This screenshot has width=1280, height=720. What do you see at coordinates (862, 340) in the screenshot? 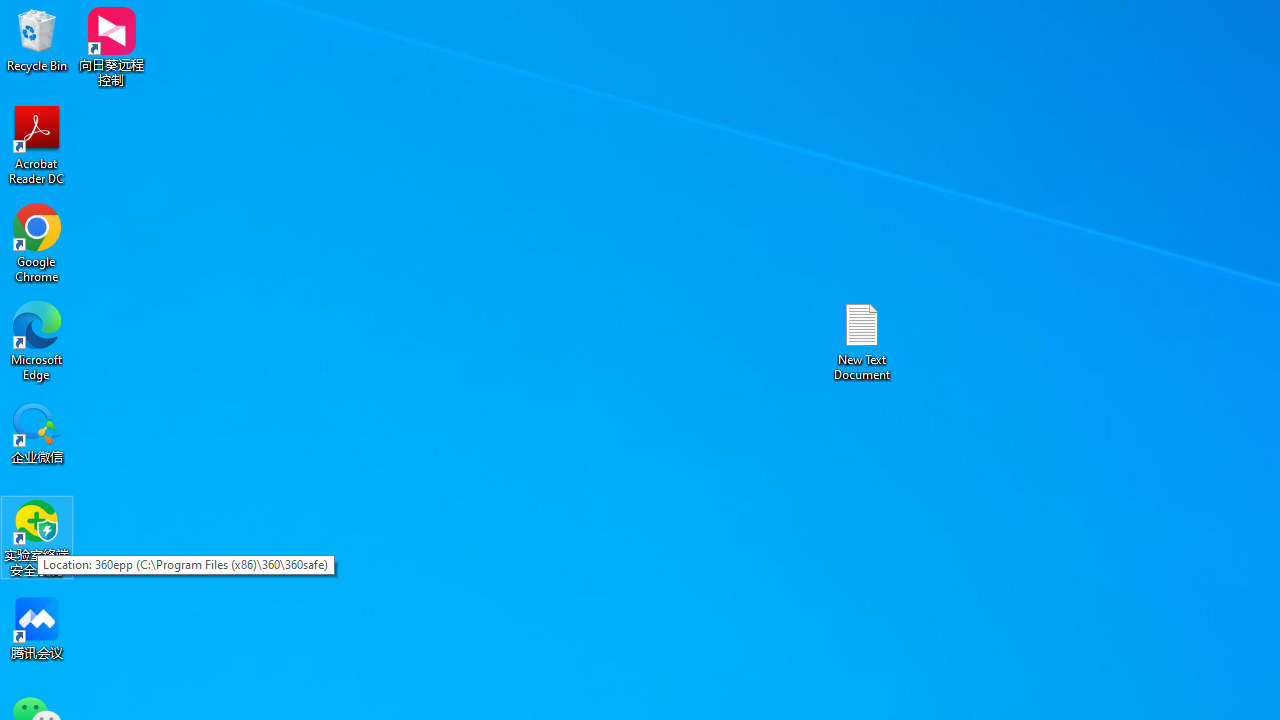
I see `'New Text Document'` at bounding box center [862, 340].